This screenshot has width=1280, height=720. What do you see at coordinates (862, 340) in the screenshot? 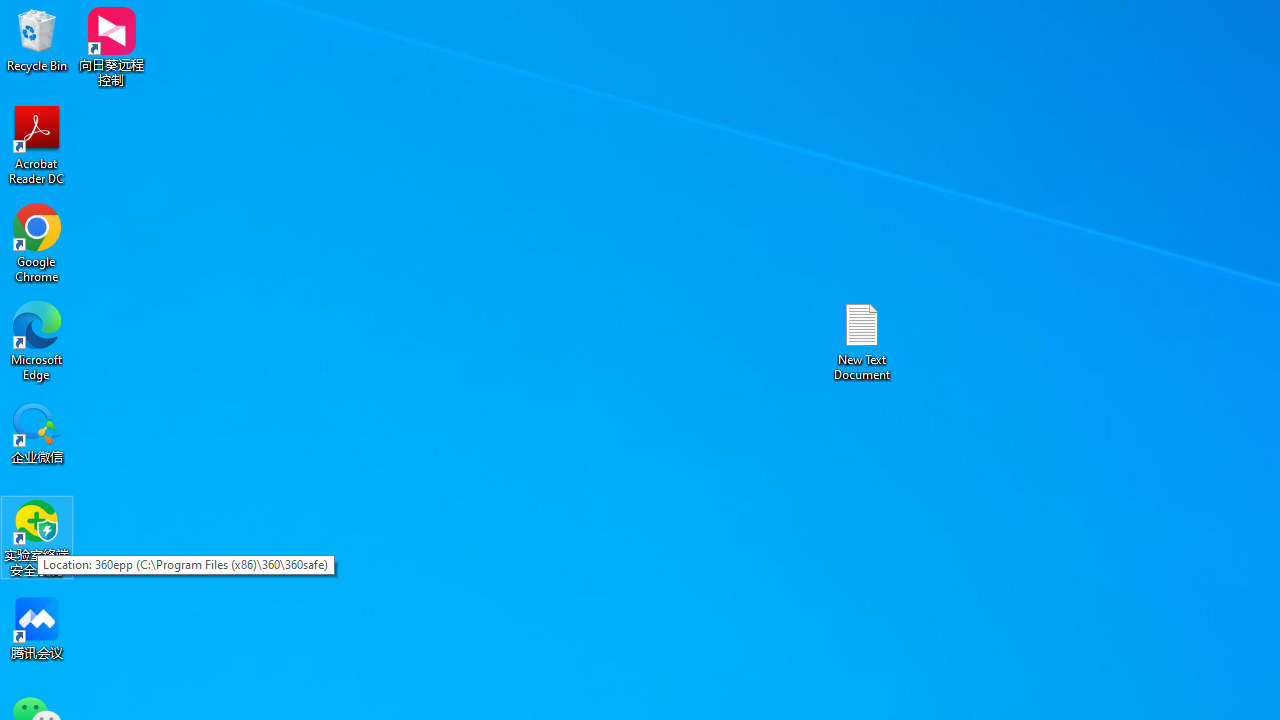
I see `'New Text Document'` at bounding box center [862, 340].